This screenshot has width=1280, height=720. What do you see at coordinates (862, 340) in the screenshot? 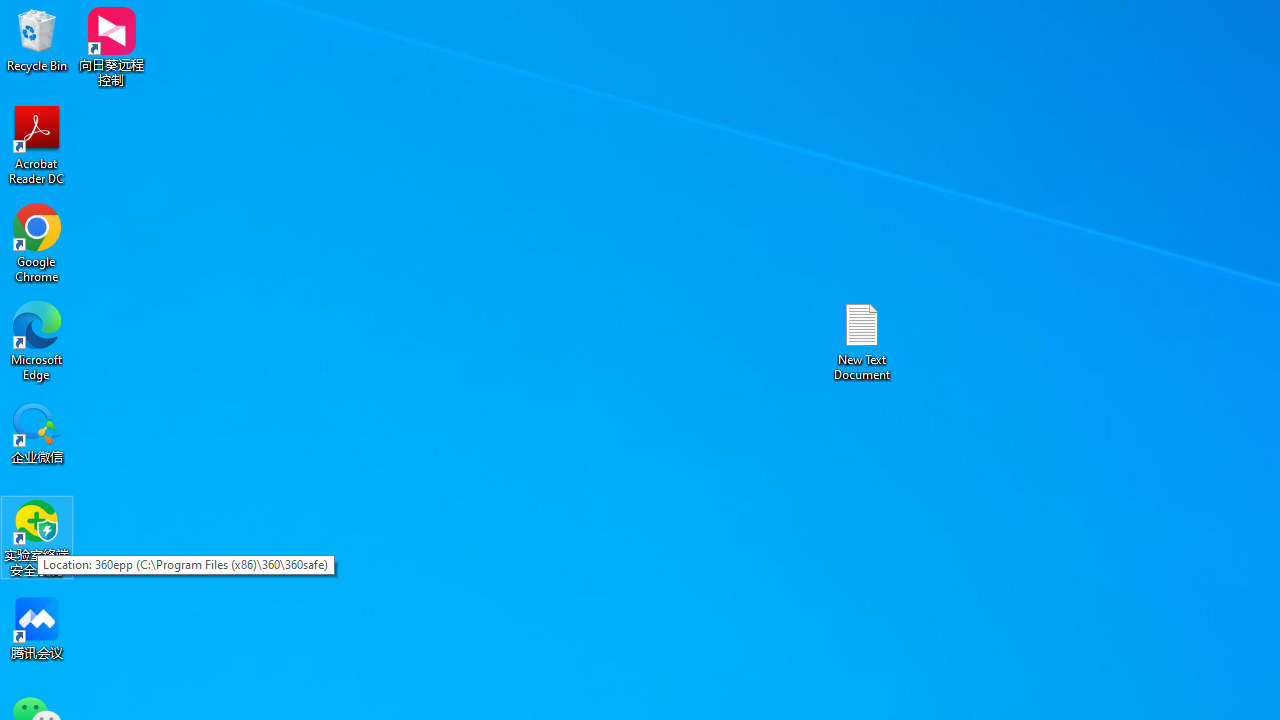
I see `'New Text Document'` at bounding box center [862, 340].